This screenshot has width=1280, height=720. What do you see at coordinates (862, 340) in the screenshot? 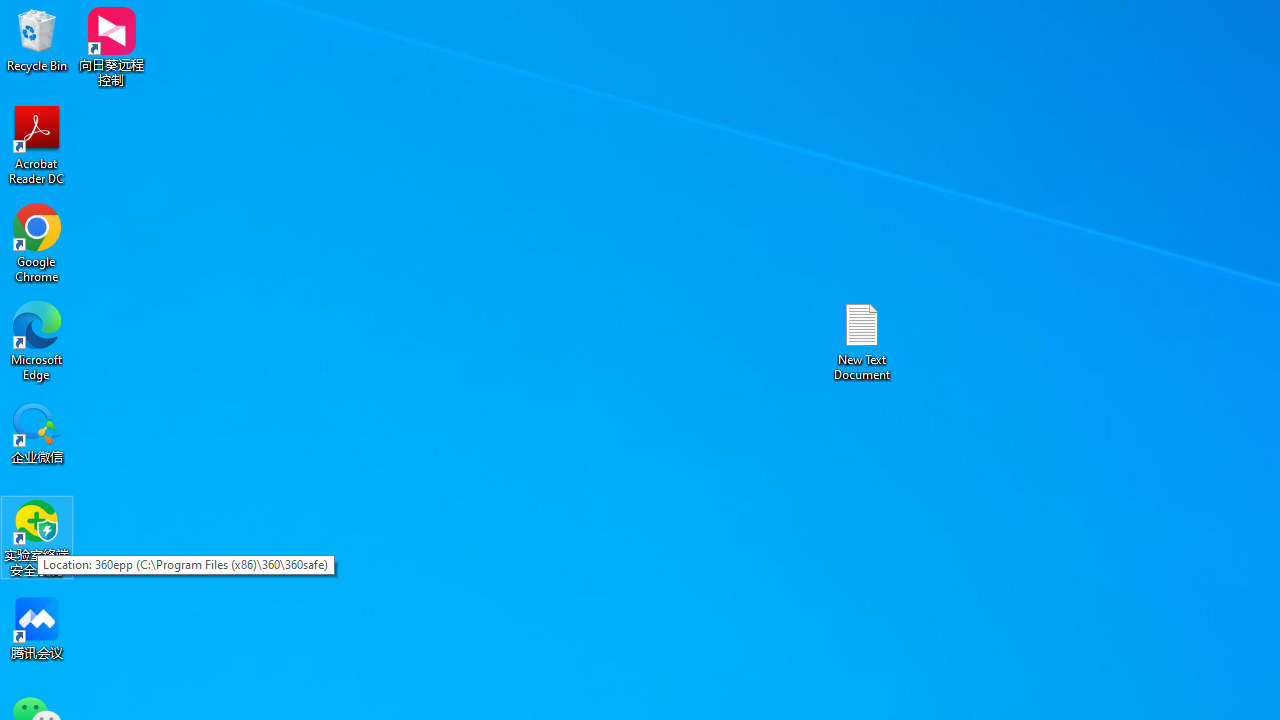
I see `'New Text Document'` at bounding box center [862, 340].